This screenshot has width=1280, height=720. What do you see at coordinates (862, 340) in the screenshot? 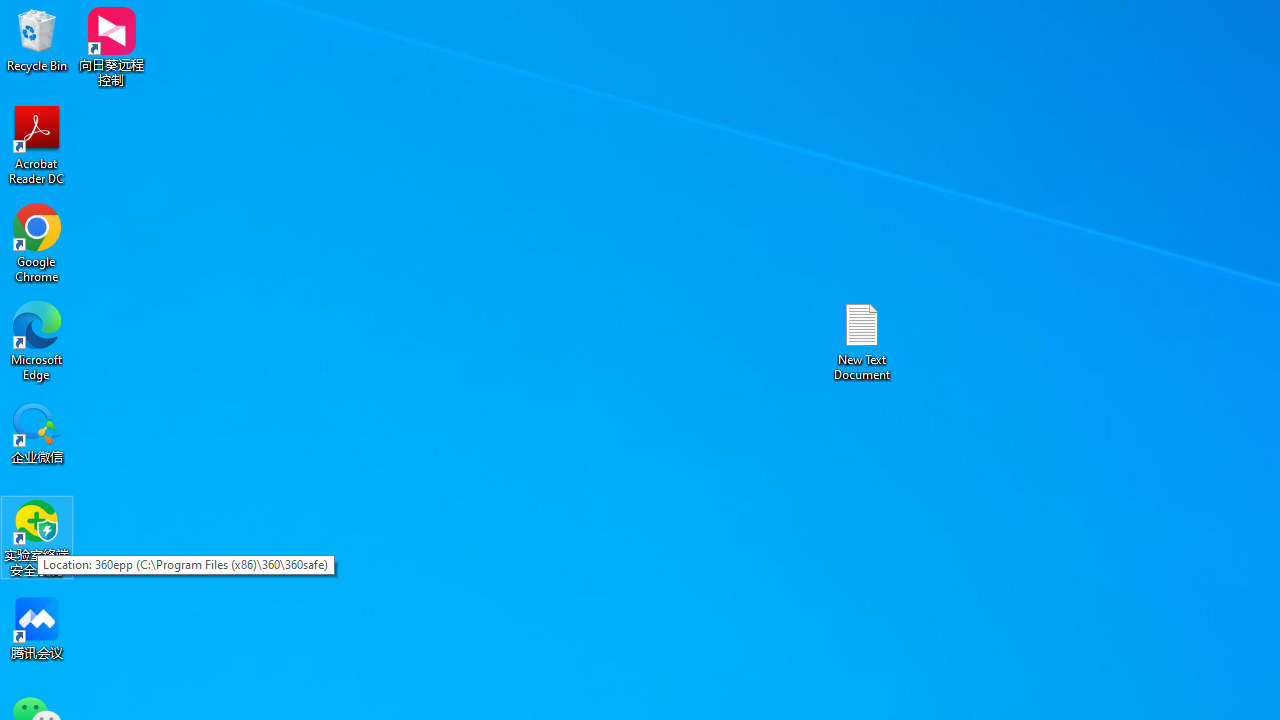
I see `'New Text Document'` at bounding box center [862, 340].